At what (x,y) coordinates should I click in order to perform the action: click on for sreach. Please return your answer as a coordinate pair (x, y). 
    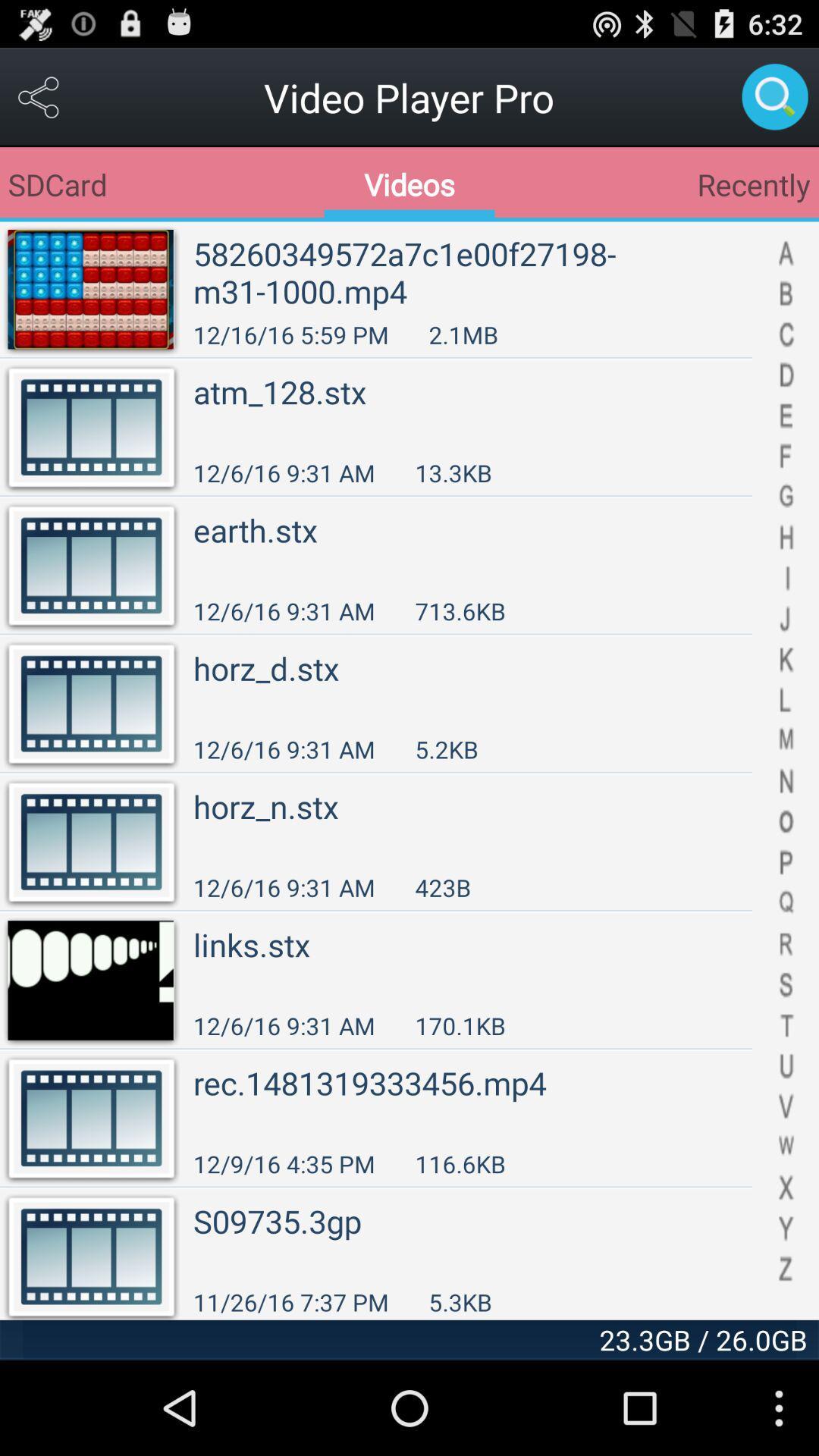
    Looking at the image, I should click on (774, 96).